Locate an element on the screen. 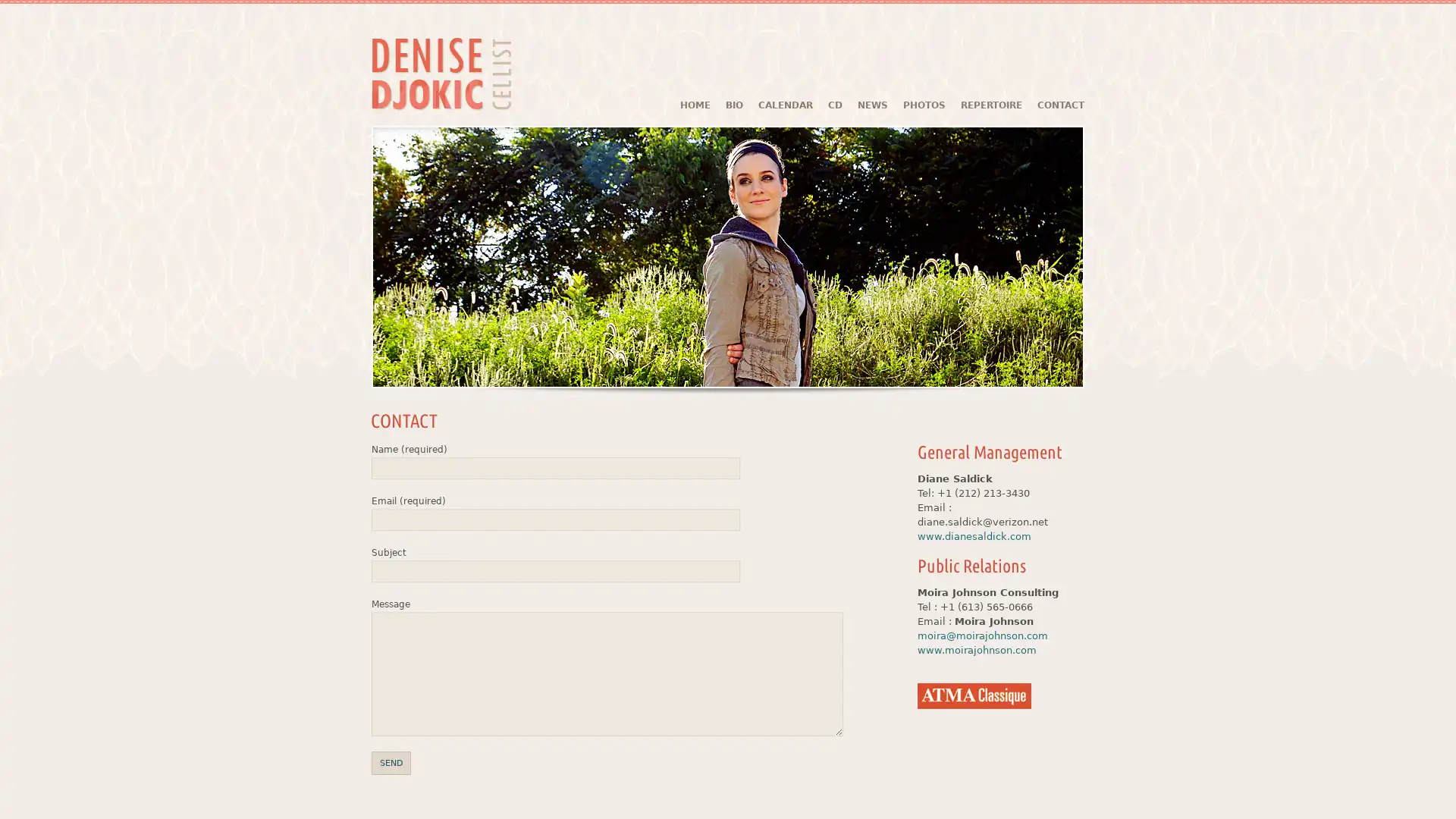 Image resolution: width=1456 pixels, height=819 pixels. Send is located at coordinates (391, 763).